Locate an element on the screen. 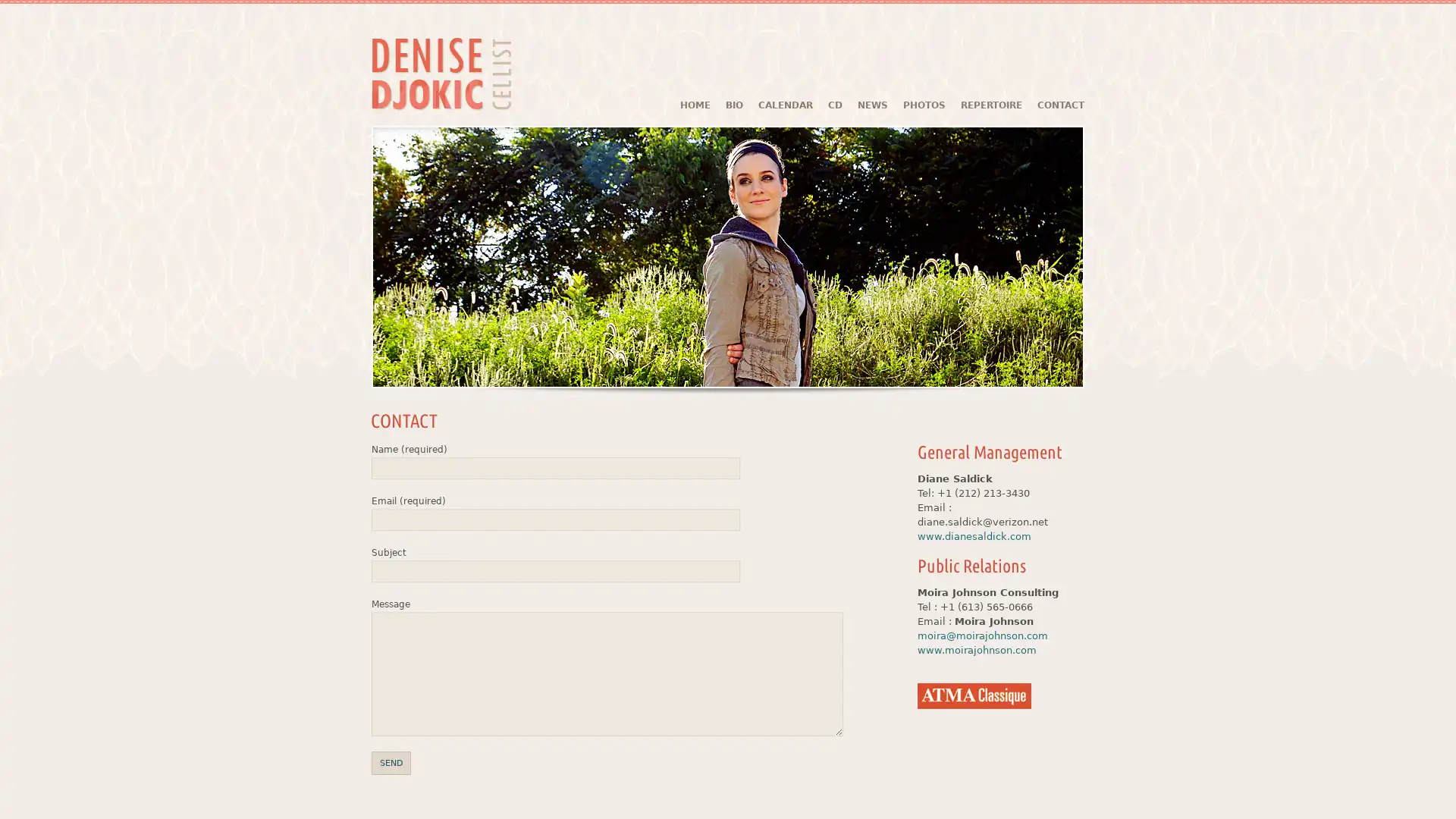 Image resolution: width=1456 pixels, height=819 pixels. Send is located at coordinates (391, 763).